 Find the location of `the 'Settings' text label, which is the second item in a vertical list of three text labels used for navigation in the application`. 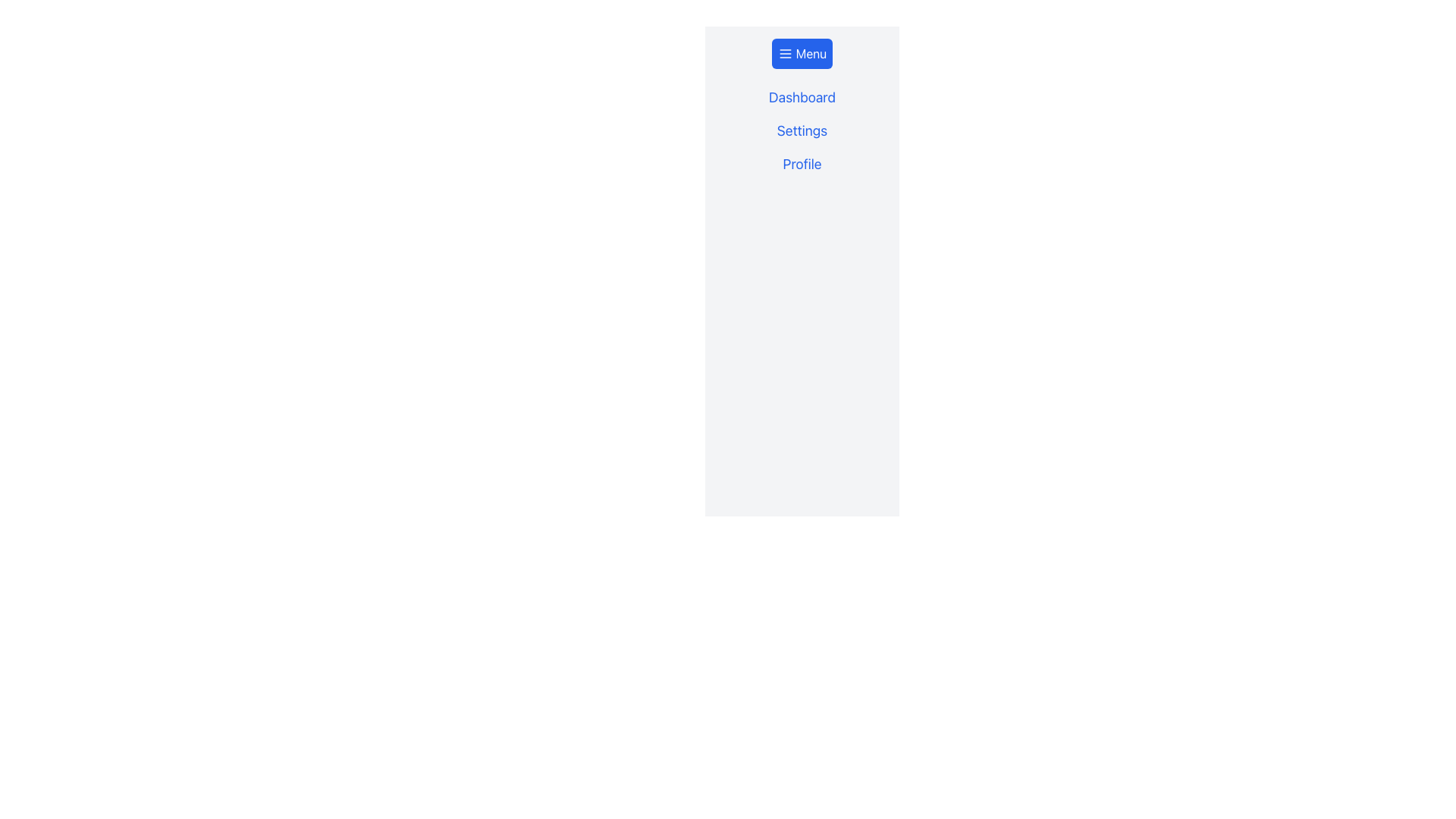

the 'Settings' text label, which is the second item in a vertical list of three text labels used for navigation in the application is located at coordinates (801, 130).